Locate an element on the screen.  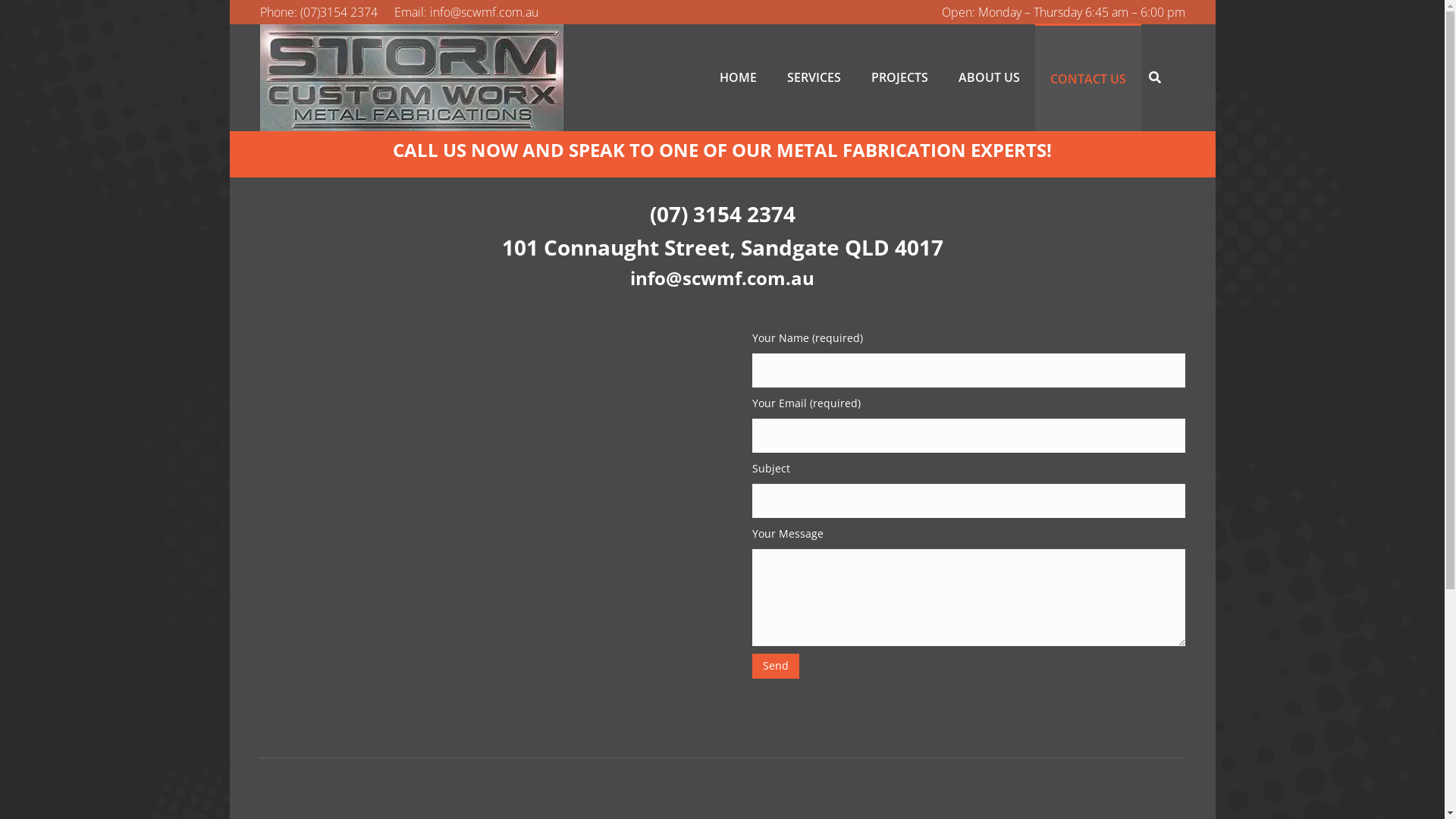
'SERVICES' is located at coordinates (813, 77).